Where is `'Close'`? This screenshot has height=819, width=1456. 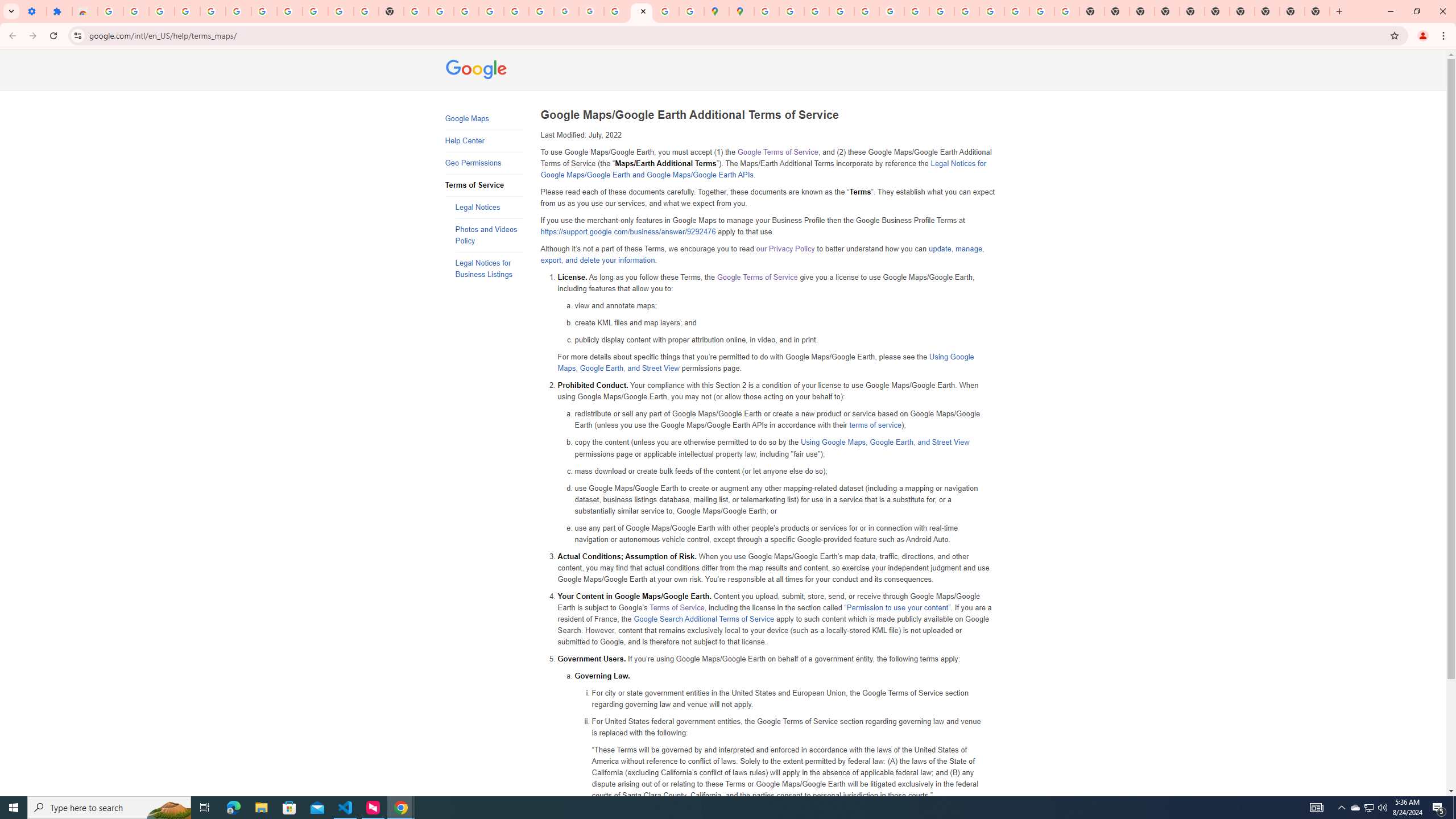 'Close' is located at coordinates (642, 11).